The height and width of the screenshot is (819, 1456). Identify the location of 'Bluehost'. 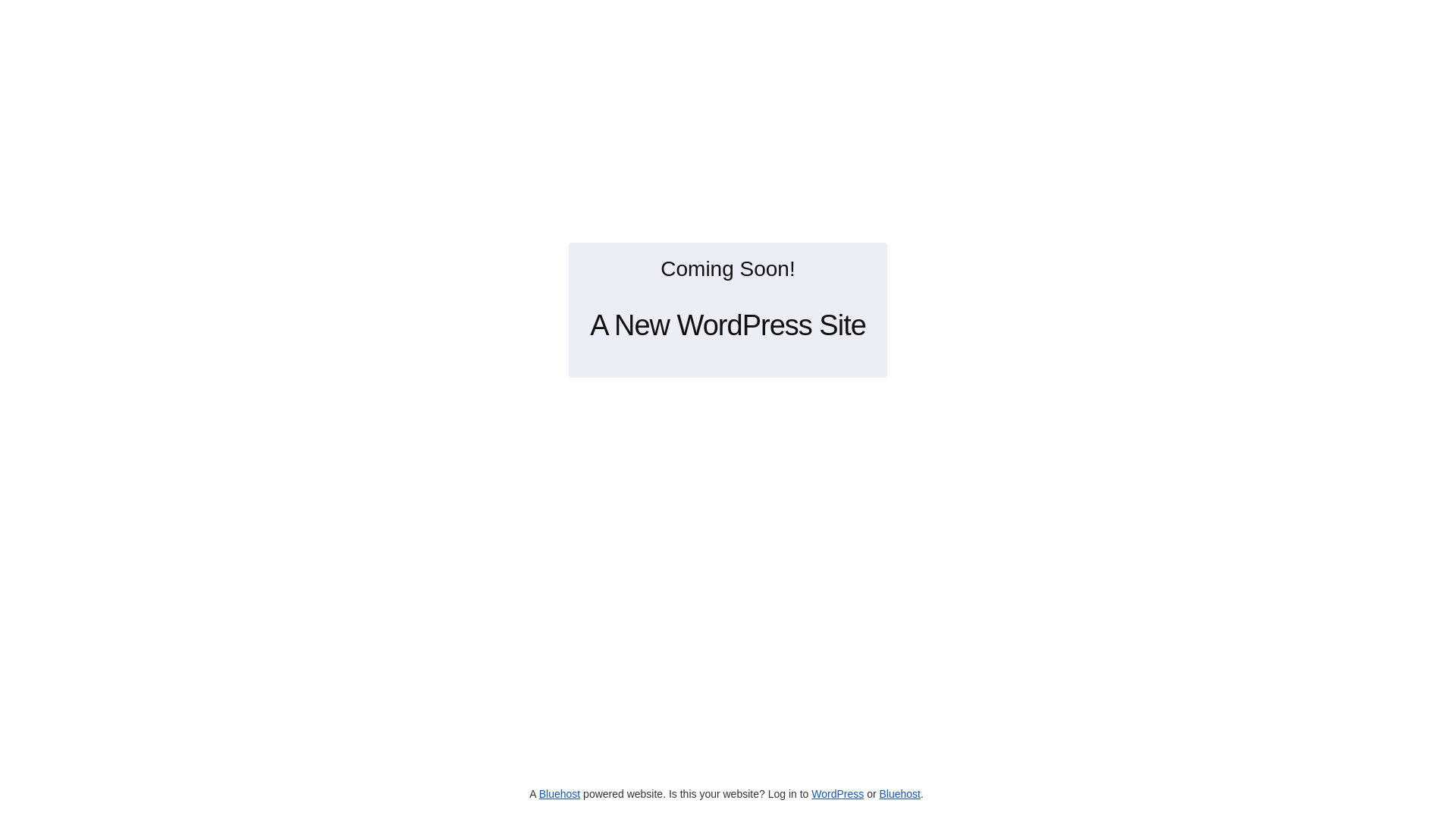
(899, 792).